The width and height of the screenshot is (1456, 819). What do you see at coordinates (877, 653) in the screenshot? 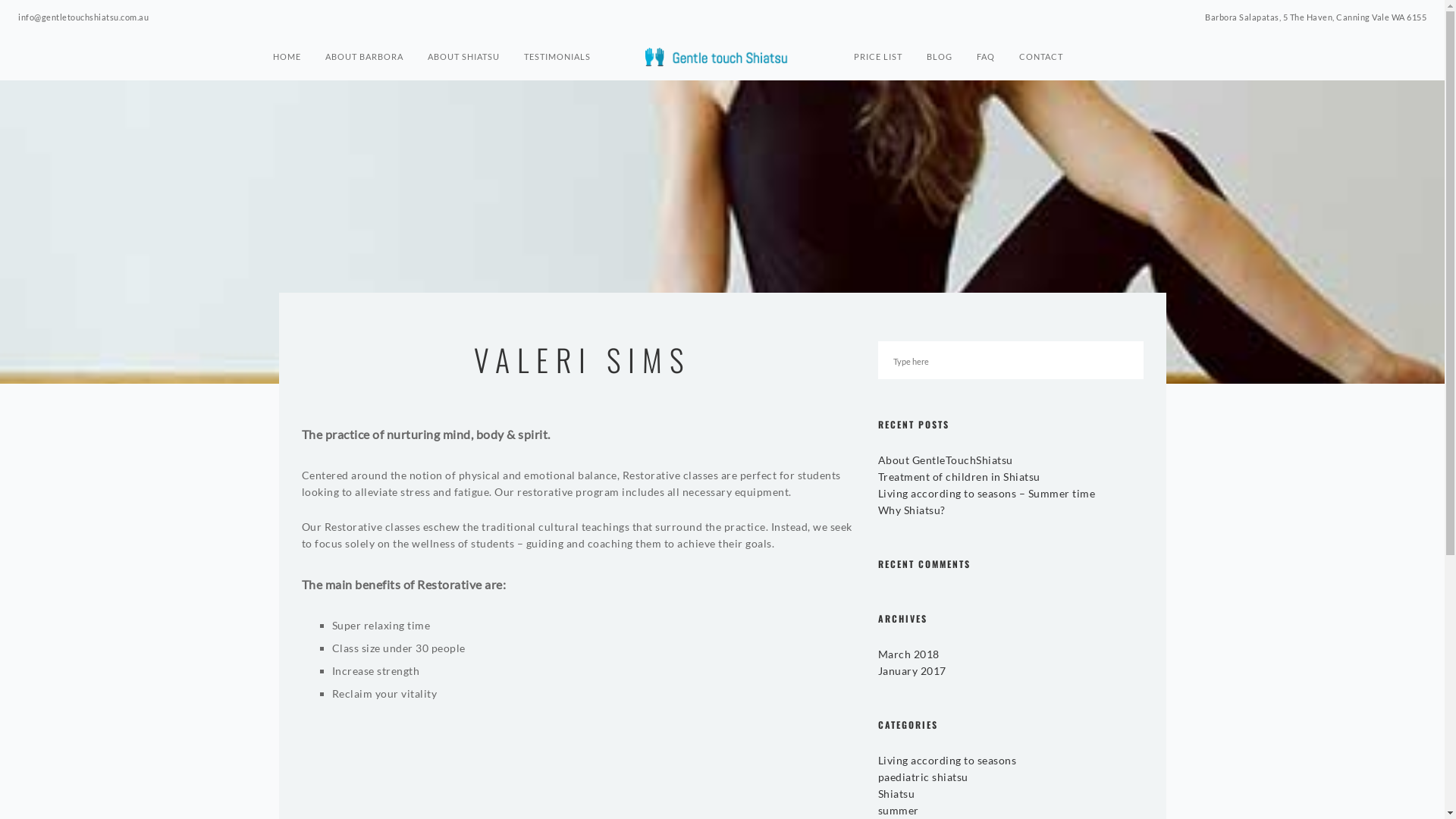
I see `'March 2018'` at bounding box center [877, 653].